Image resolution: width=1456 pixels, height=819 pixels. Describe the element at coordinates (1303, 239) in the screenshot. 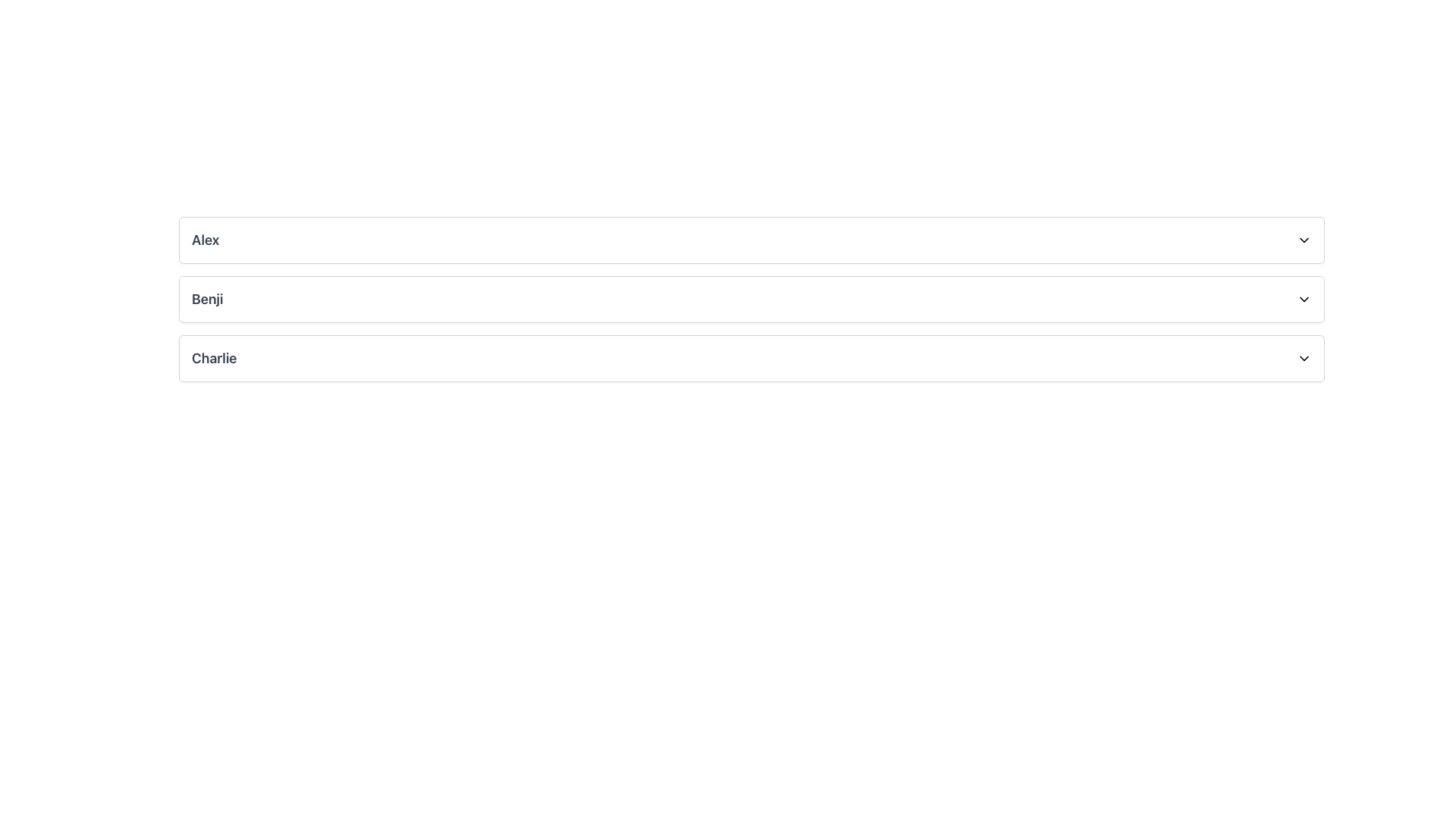

I see `the downward-pointing chevron arrow located to the right of the text 'Alex'` at that location.